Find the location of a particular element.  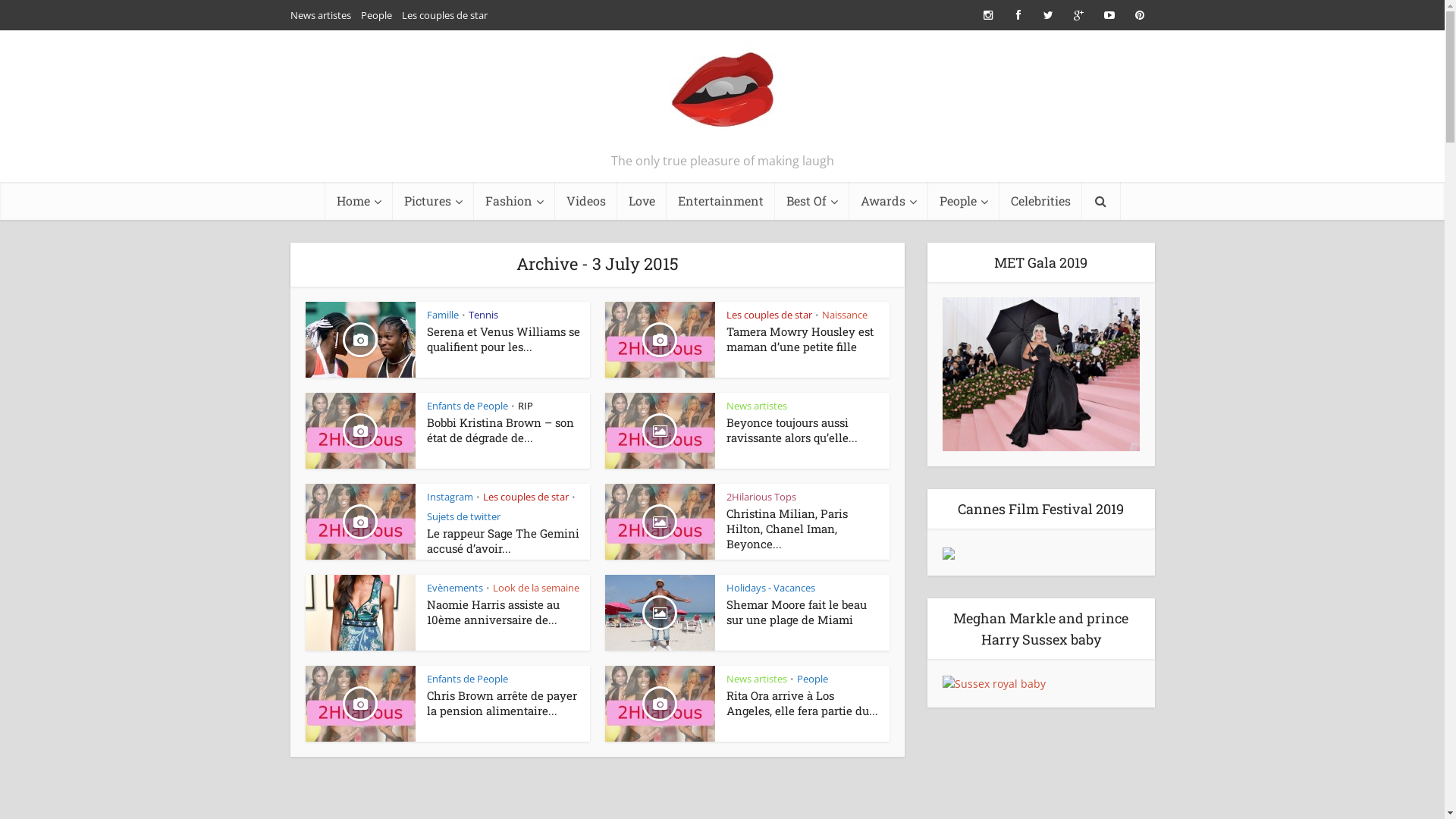

'Celebrities' is located at coordinates (1040, 200).